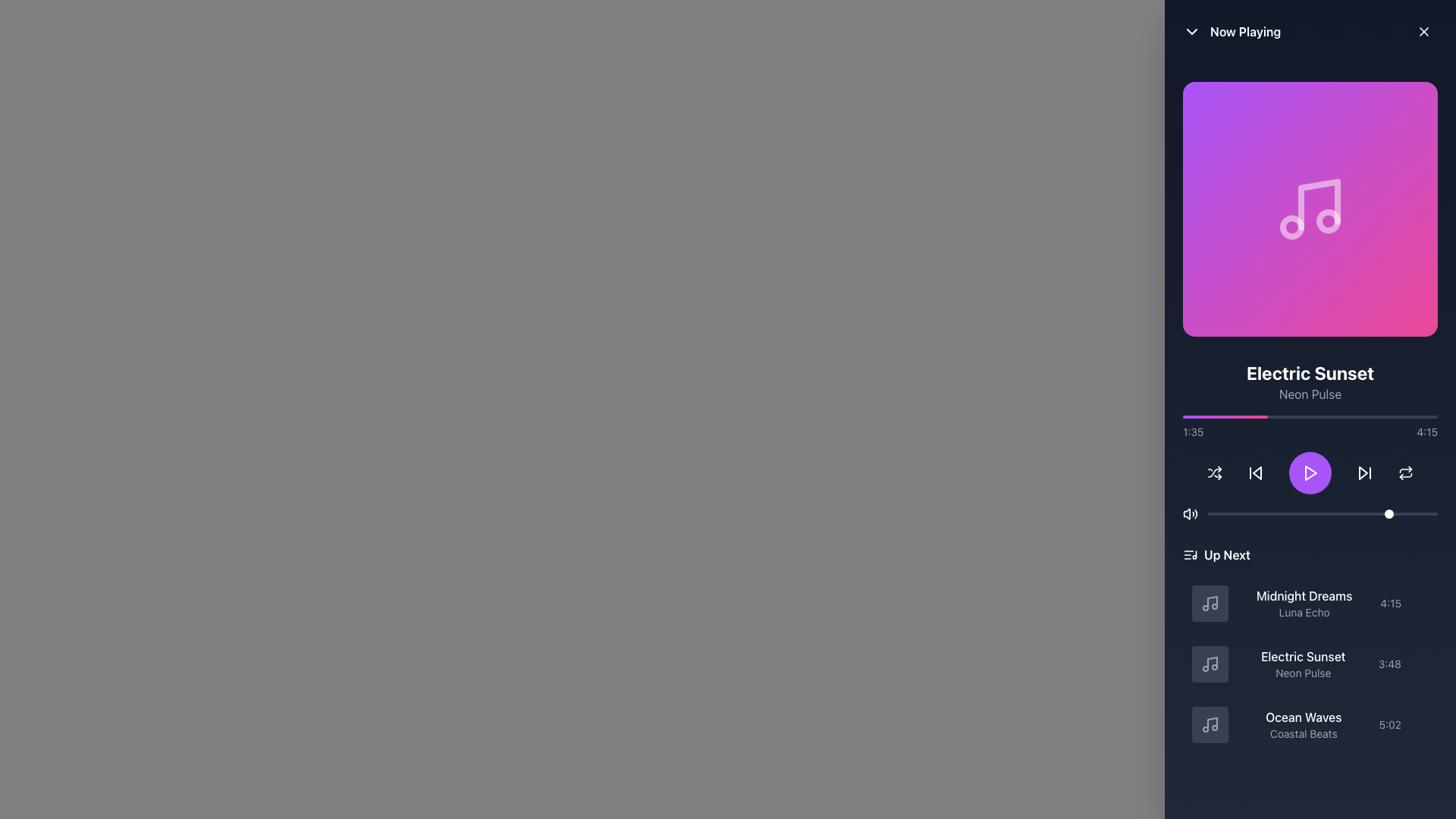 Image resolution: width=1456 pixels, height=819 pixels. I want to click on the 'Repeat' button located at the bottom-right of the interface, which is the fifth item in the row of playback controls, so click(1404, 472).